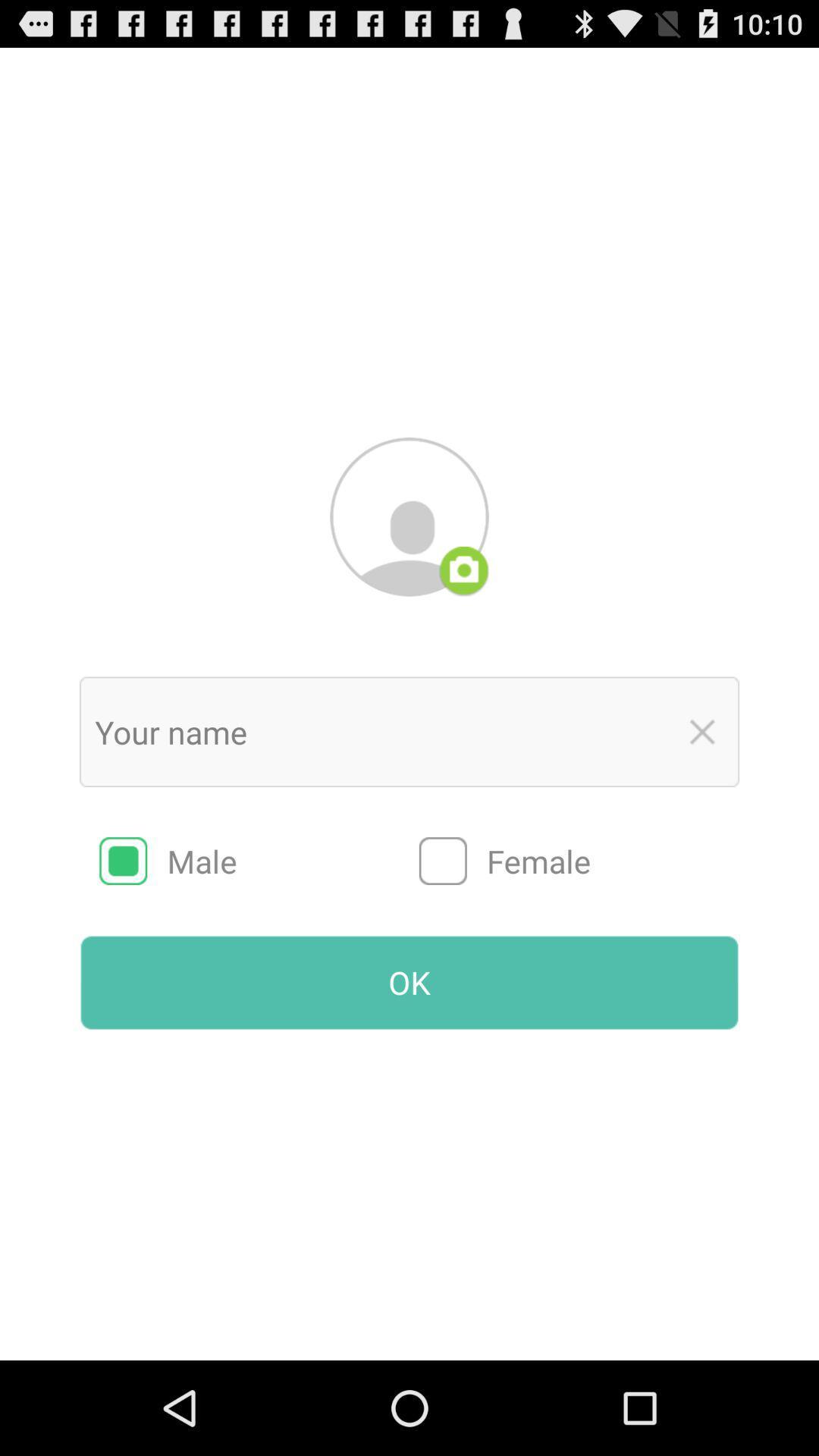  Describe the element at coordinates (579, 861) in the screenshot. I see `the item to the right of male icon` at that location.